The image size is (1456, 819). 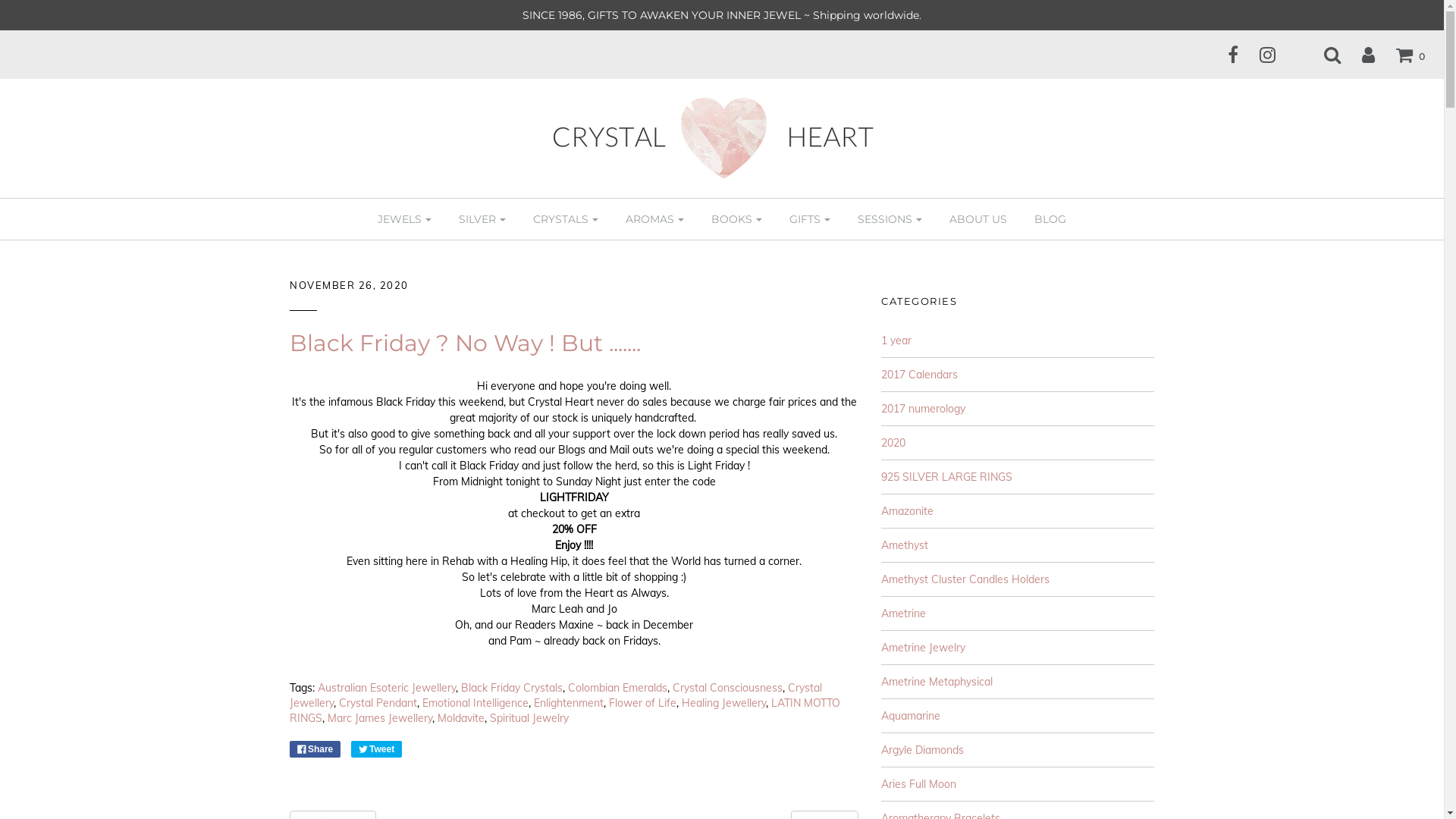 What do you see at coordinates (907, 511) in the screenshot?
I see `'Amazonite'` at bounding box center [907, 511].